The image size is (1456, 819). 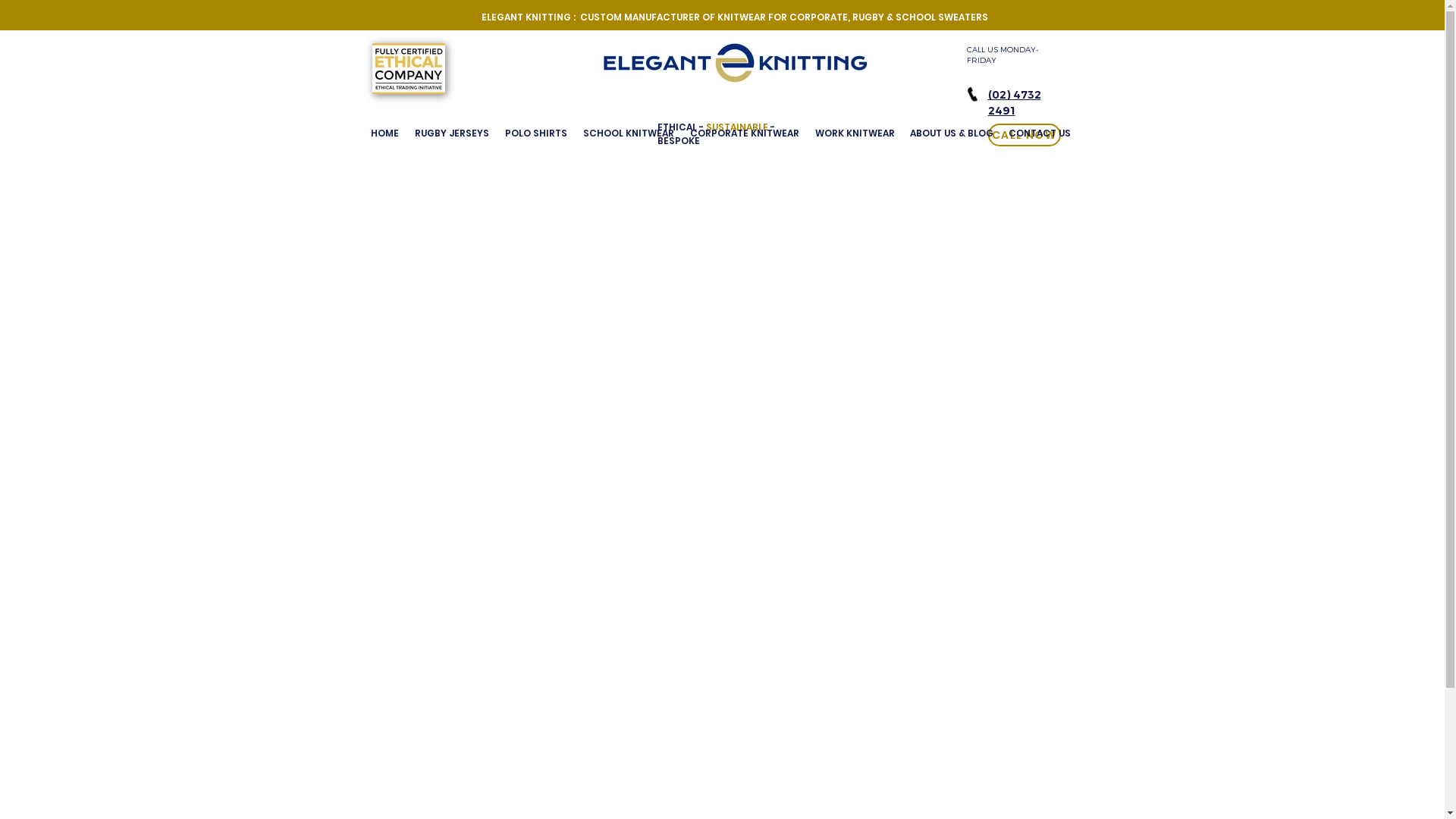 I want to click on 'CORPORATE KNITWEAR', so click(x=745, y=133).